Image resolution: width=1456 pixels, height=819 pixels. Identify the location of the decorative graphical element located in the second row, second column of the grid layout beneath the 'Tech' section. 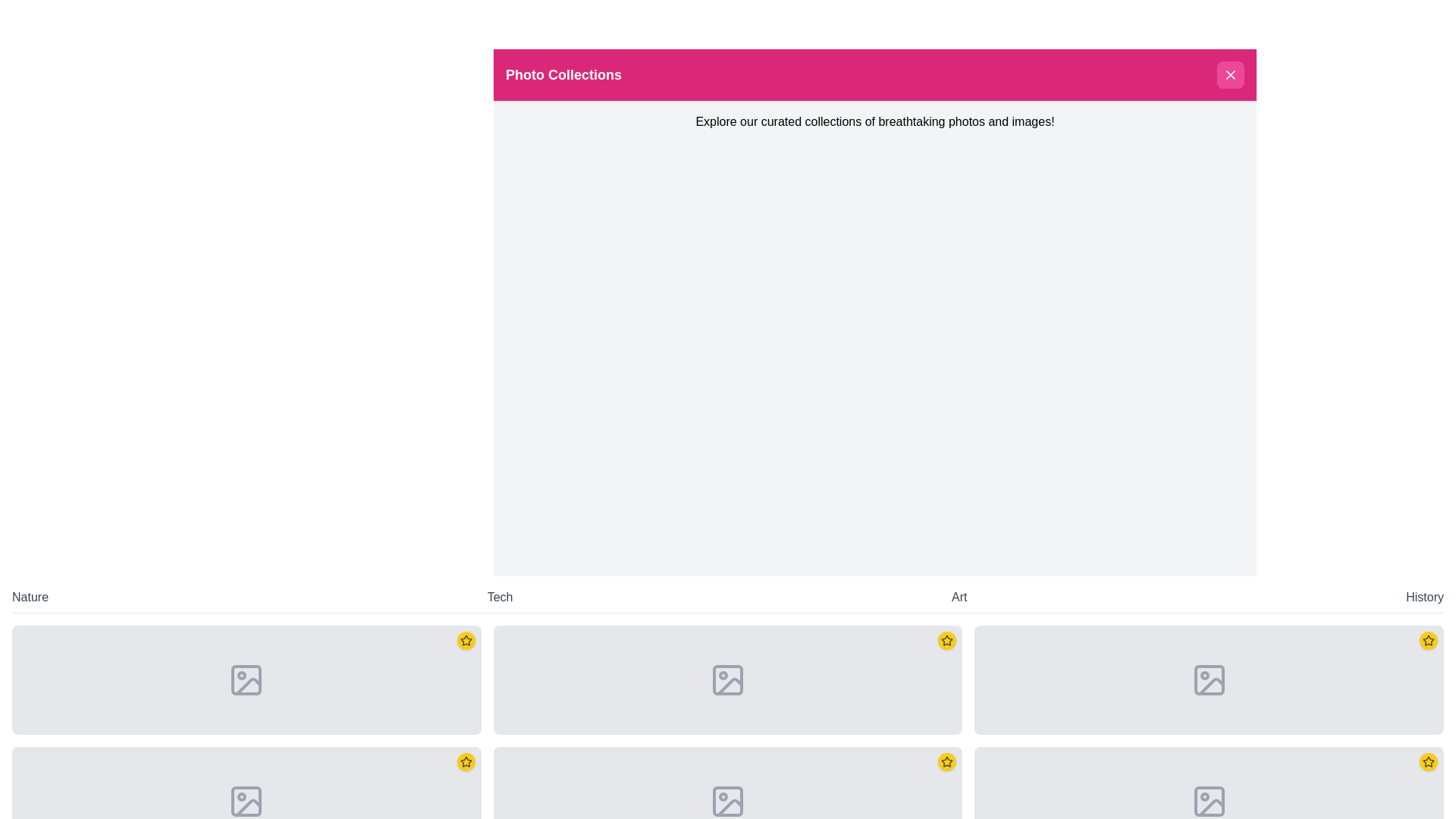
(728, 679).